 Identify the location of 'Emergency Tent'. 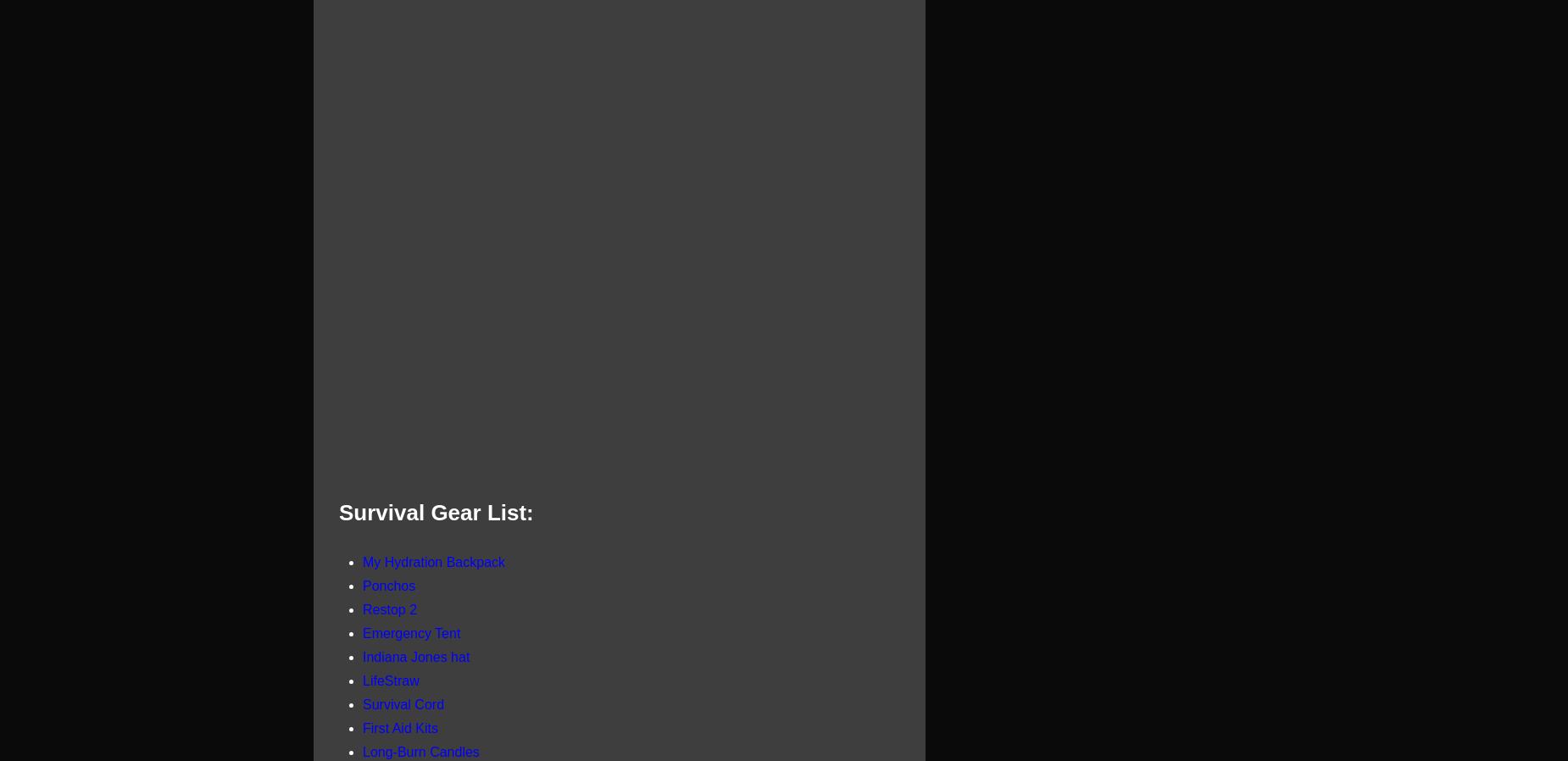
(411, 632).